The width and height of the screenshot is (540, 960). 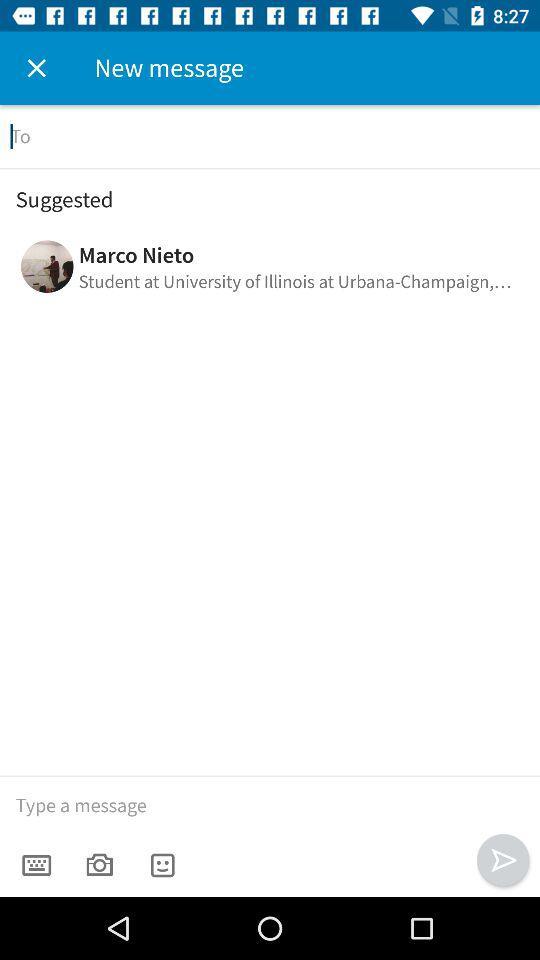 I want to click on recipient here, so click(x=270, y=135).